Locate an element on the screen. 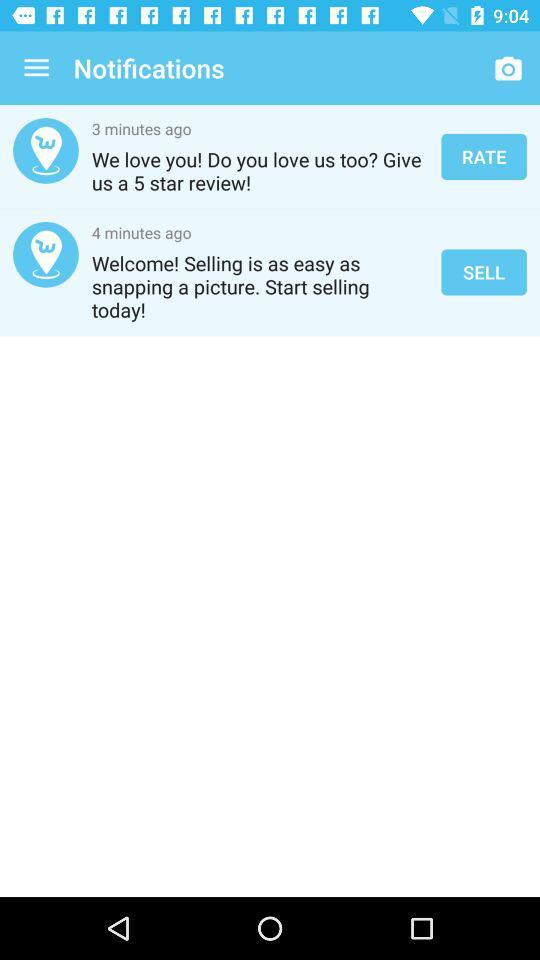 The image size is (540, 960). the icon next to notifications item is located at coordinates (36, 68).